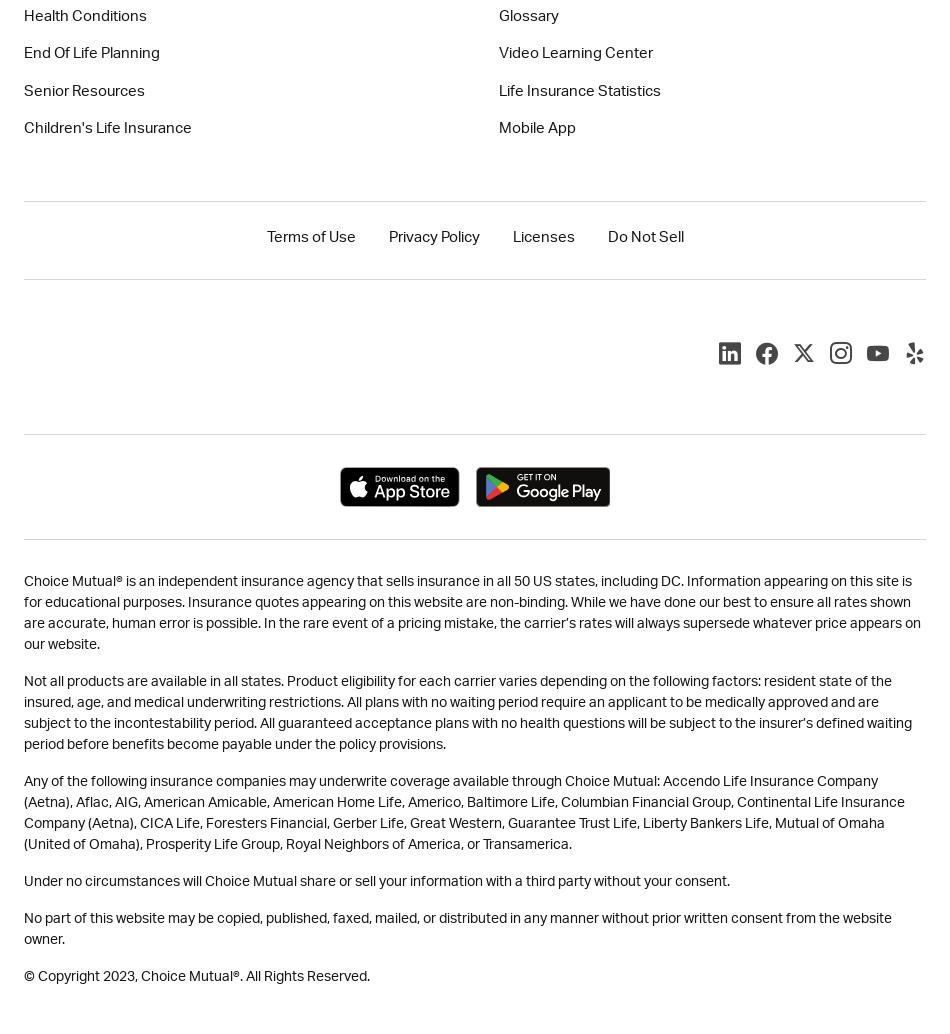 The image size is (950, 1034). Describe the element at coordinates (84, 90) in the screenshot. I see `'Senior Resources'` at that location.